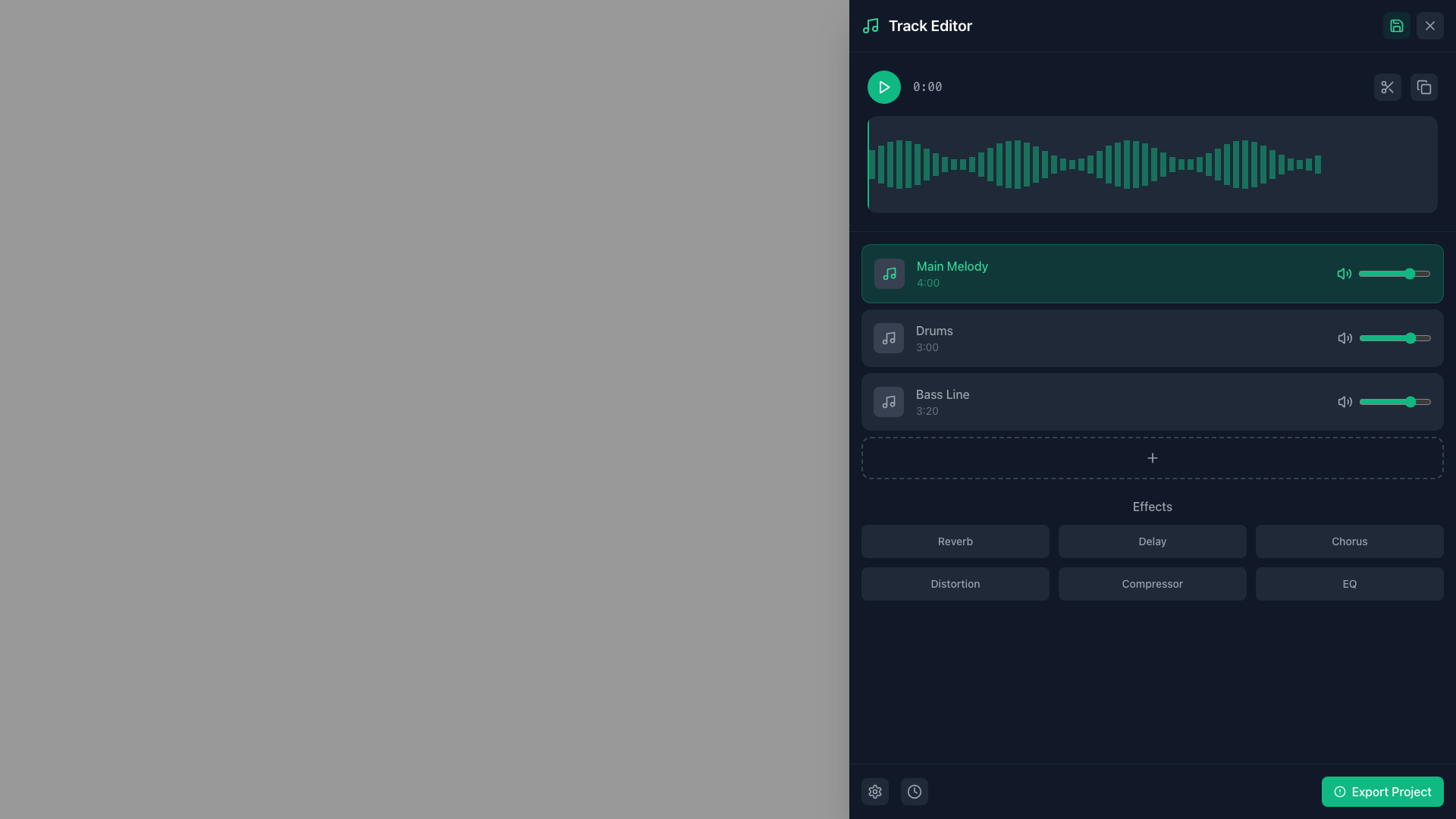 Image resolution: width=1456 pixels, height=819 pixels. What do you see at coordinates (916, 26) in the screenshot?
I see `the 'Track Editor' heading text label located at the top-left corner of the dark blue header bar` at bounding box center [916, 26].